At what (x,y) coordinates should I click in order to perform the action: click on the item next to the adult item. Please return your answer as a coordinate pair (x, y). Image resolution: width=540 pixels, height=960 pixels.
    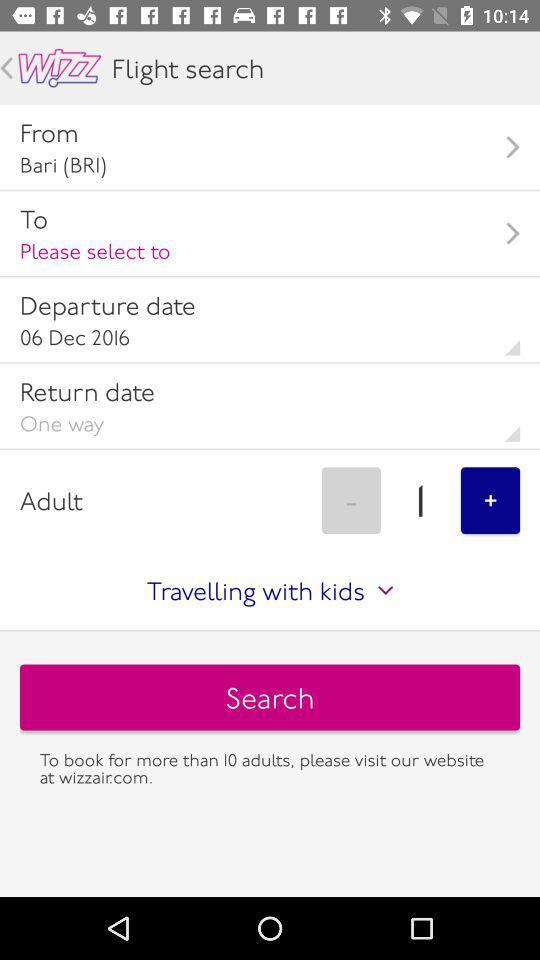
    Looking at the image, I should click on (350, 499).